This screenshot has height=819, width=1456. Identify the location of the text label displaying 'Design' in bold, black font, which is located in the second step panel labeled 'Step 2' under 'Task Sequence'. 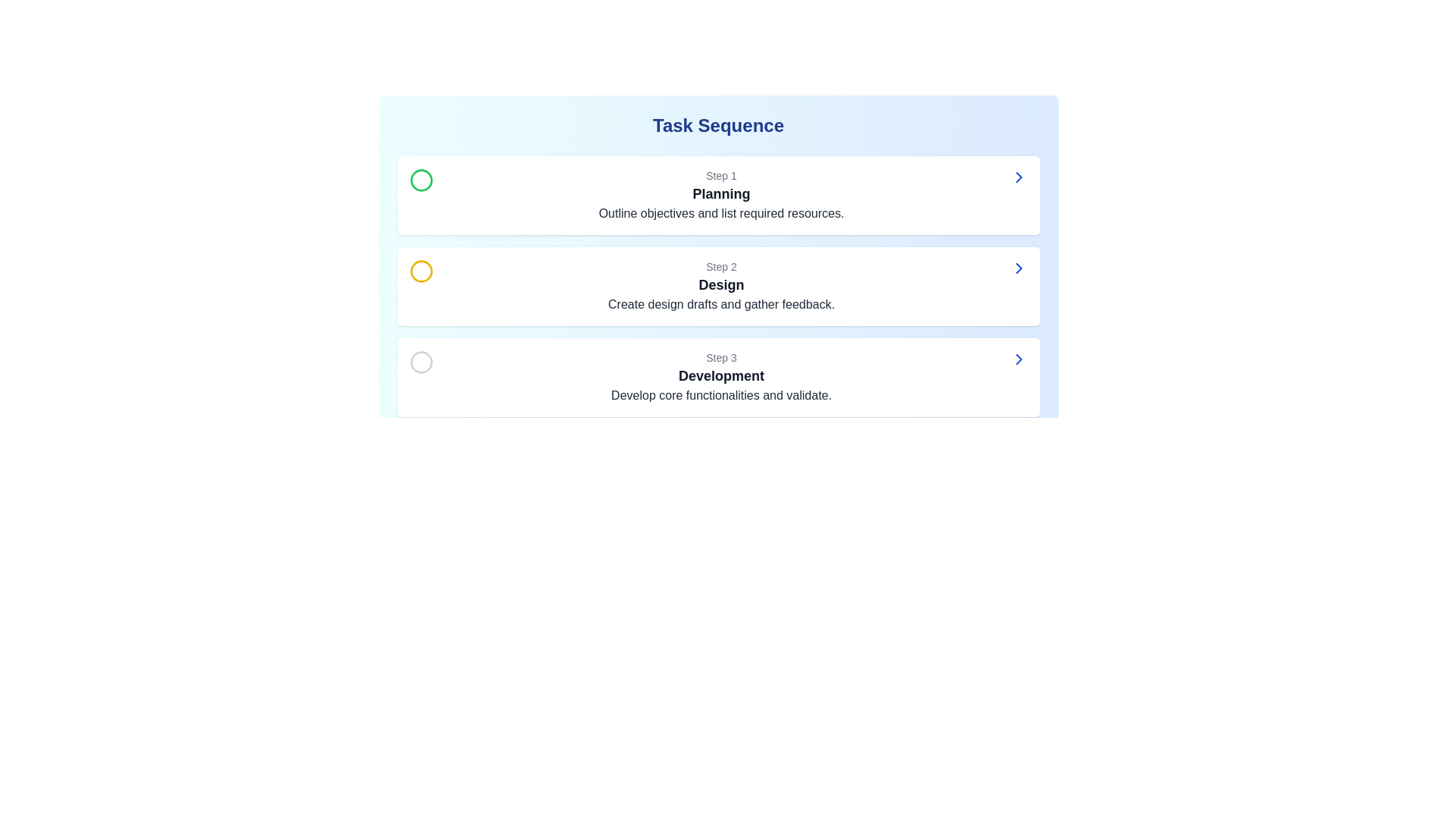
(720, 284).